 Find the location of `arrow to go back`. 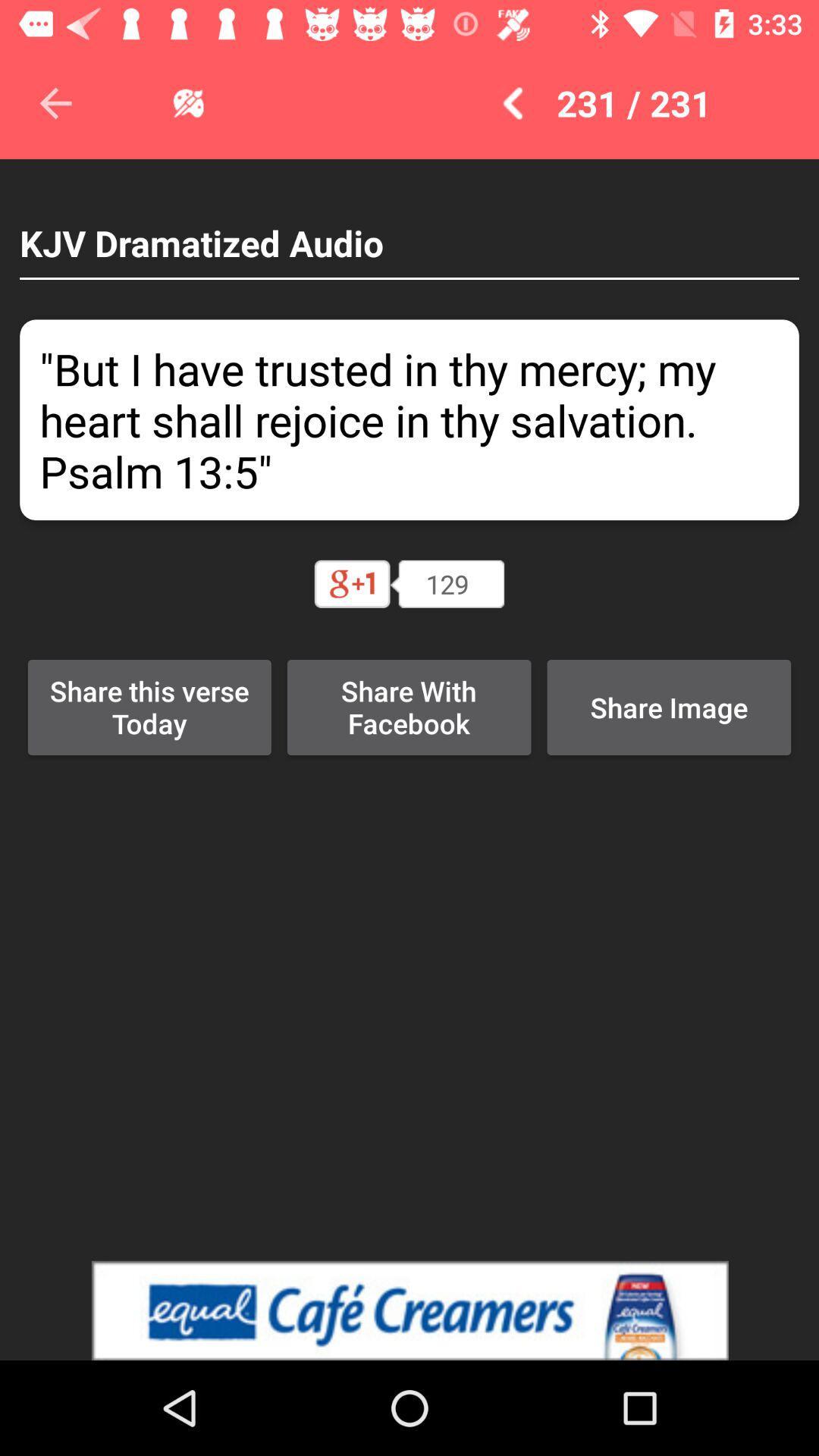

arrow to go back is located at coordinates (55, 102).